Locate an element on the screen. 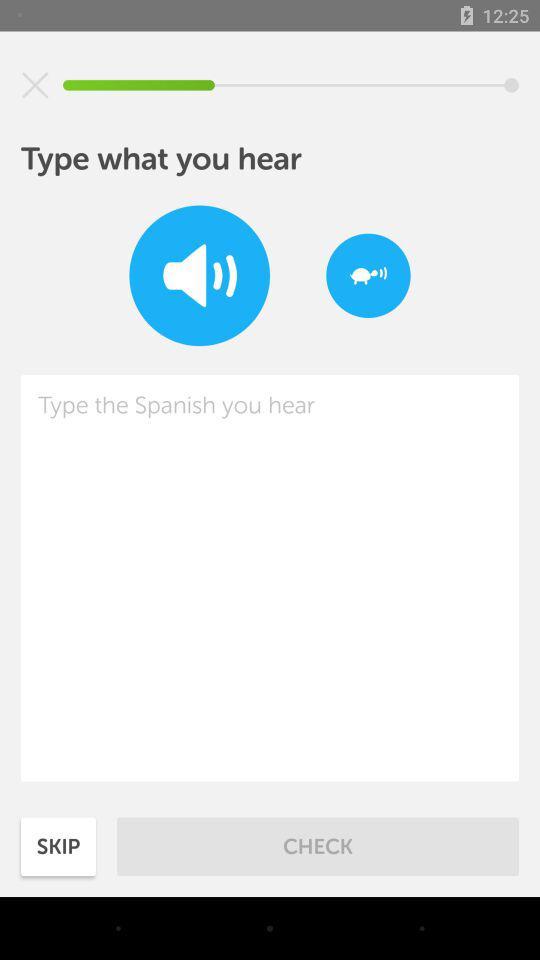 The width and height of the screenshot is (540, 960). the icon at the top left corner is located at coordinates (35, 85).